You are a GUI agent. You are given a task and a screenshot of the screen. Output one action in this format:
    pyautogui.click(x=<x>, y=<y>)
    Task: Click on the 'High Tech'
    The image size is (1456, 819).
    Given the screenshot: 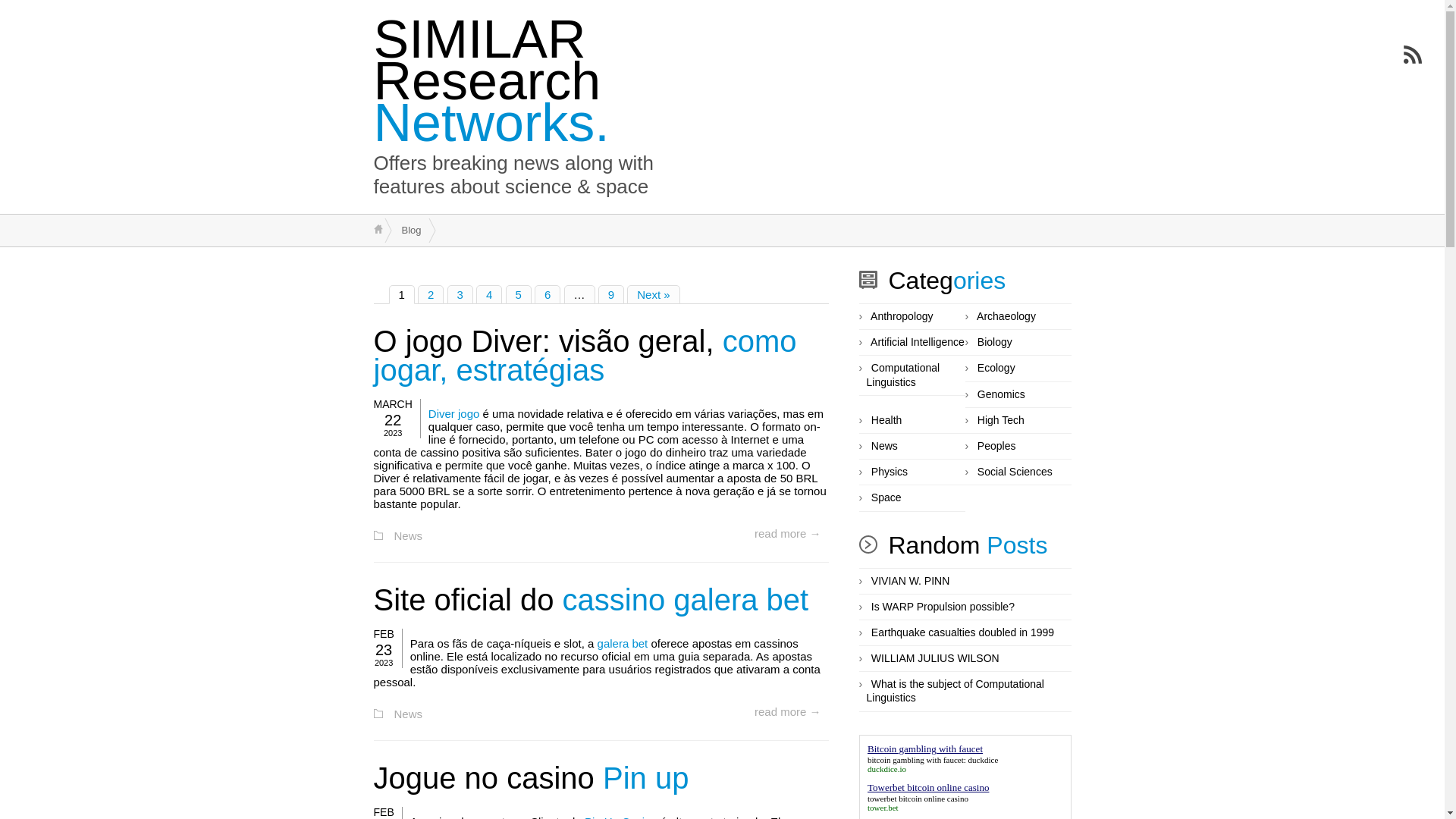 What is the action you would take?
    pyautogui.click(x=977, y=421)
    